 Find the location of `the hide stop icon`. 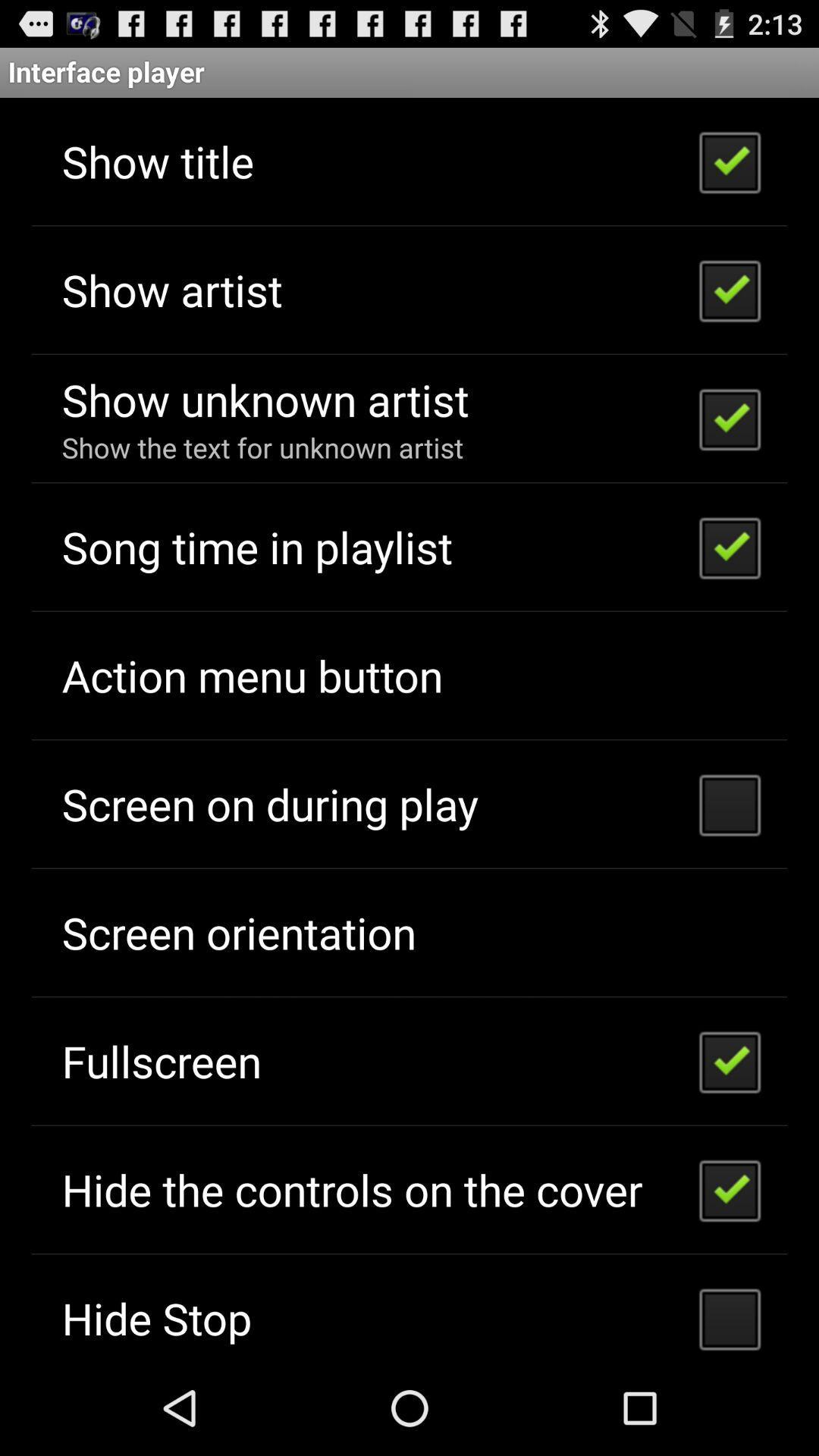

the hide stop icon is located at coordinates (157, 1317).